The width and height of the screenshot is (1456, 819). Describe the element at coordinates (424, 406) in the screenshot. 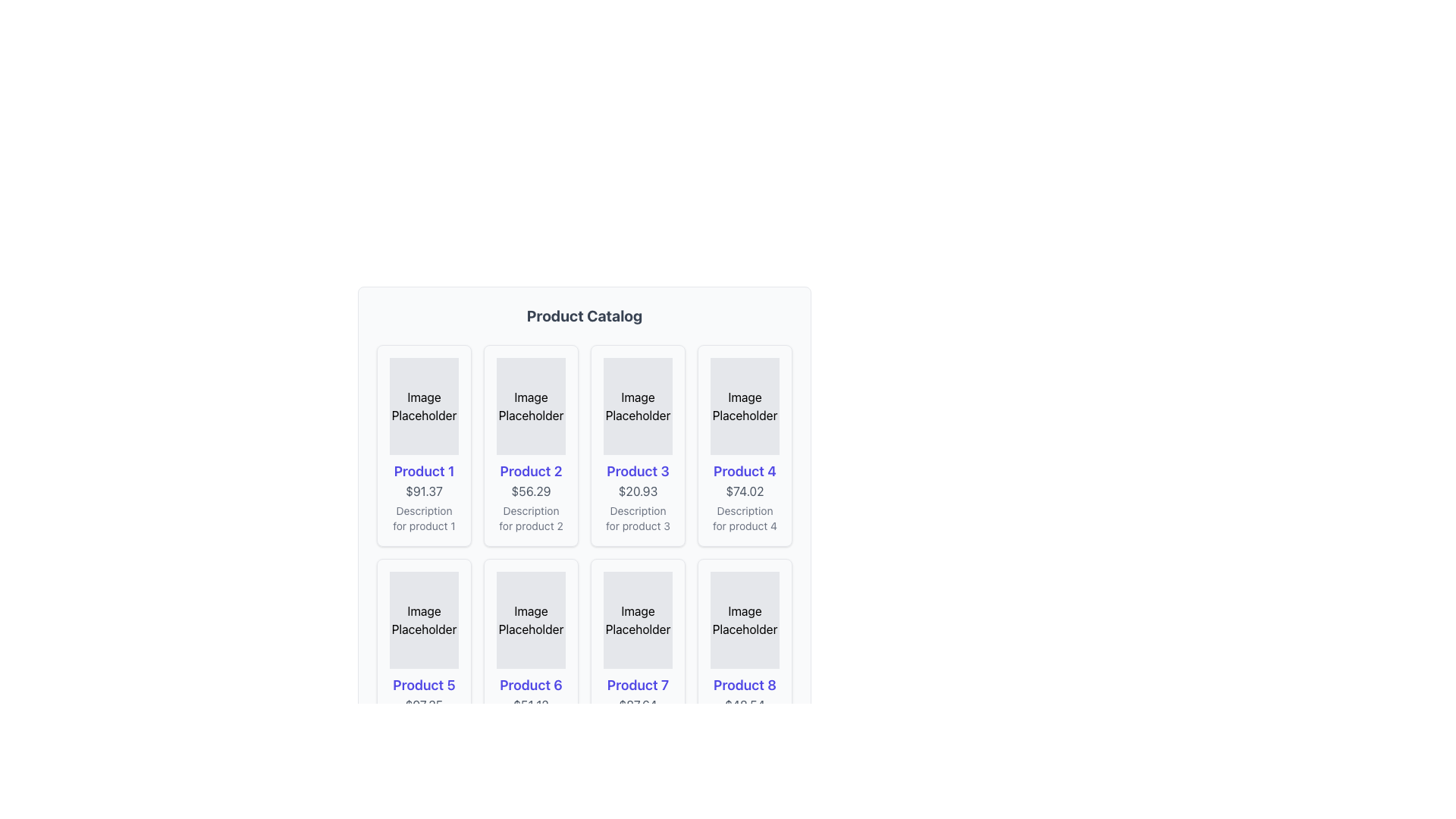

I see `the 'Image Placeholder' element, which is a rectangular area with light gray background displaying the text 'Image Placeholder', located at the top of the card for 'Product 1'` at that location.